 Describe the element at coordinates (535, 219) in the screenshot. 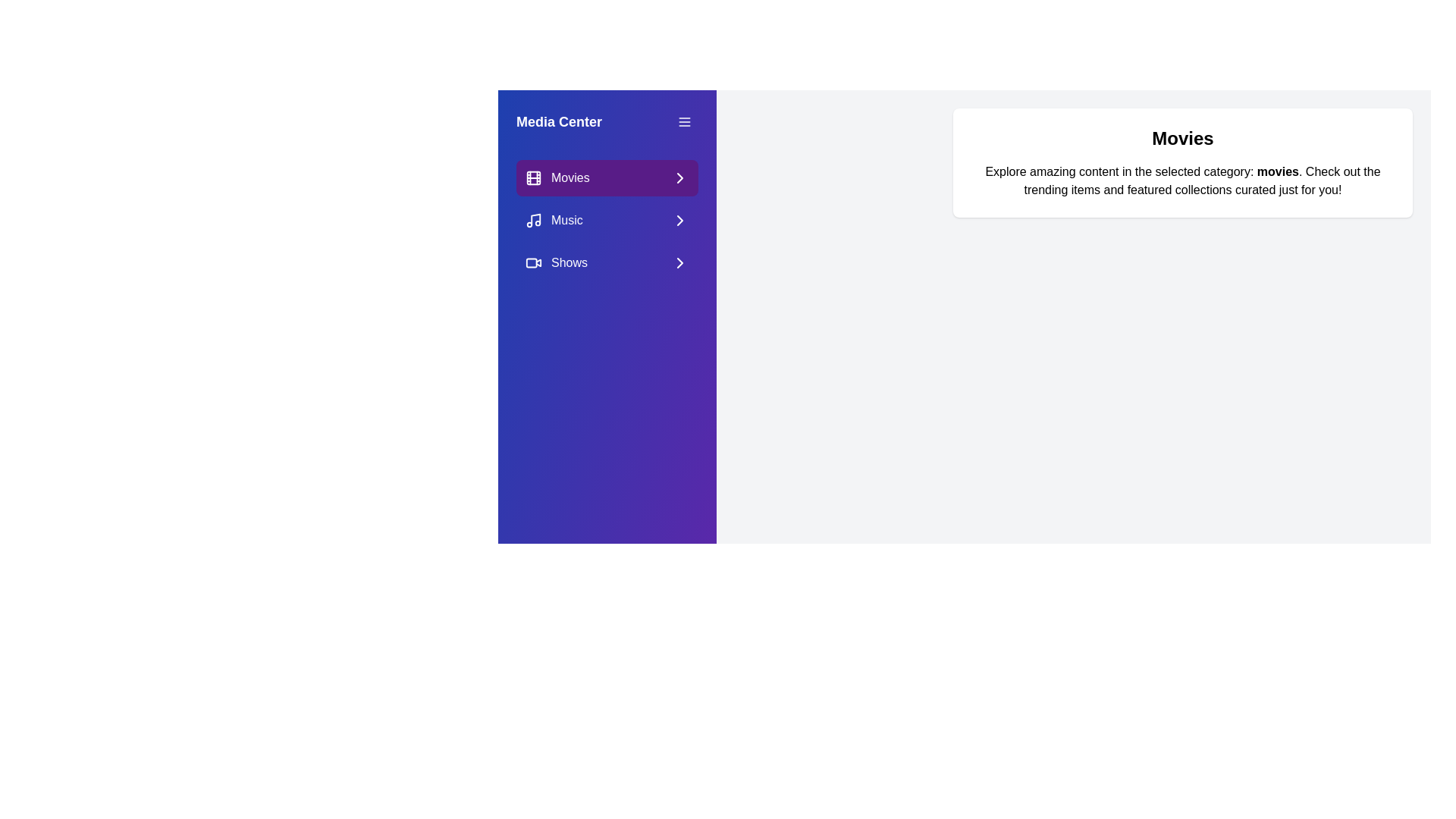

I see `the slanted musical note icon located in the sidebar menu, which is part of the 'Music' menu item positioned between the 'Movies' and 'Shows' icons` at that location.